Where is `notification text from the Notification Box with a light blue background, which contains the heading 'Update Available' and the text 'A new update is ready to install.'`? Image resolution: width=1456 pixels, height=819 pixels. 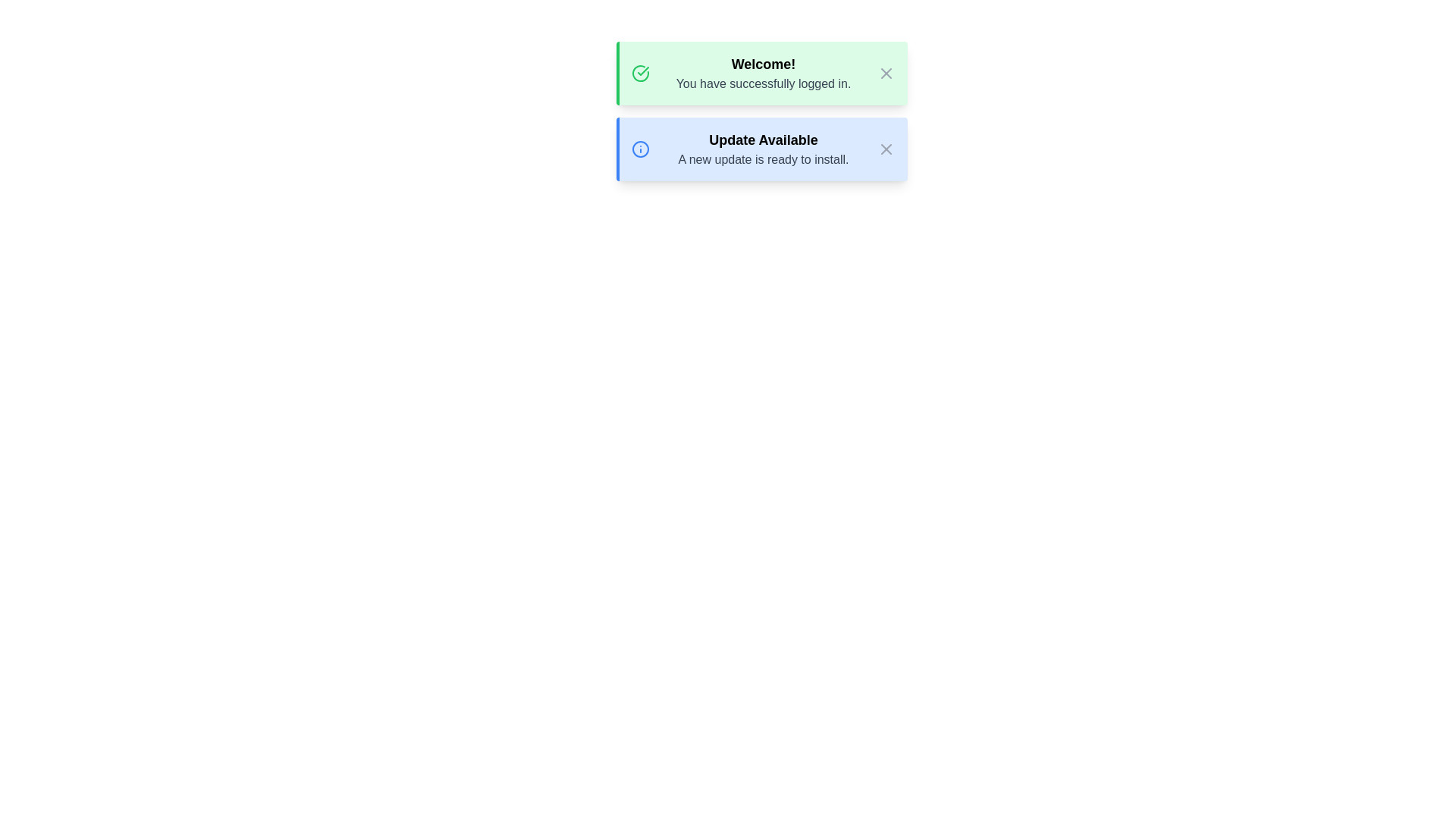
notification text from the Notification Box with a light blue background, which contains the heading 'Update Available' and the text 'A new update is ready to install.' is located at coordinates (761, 149).